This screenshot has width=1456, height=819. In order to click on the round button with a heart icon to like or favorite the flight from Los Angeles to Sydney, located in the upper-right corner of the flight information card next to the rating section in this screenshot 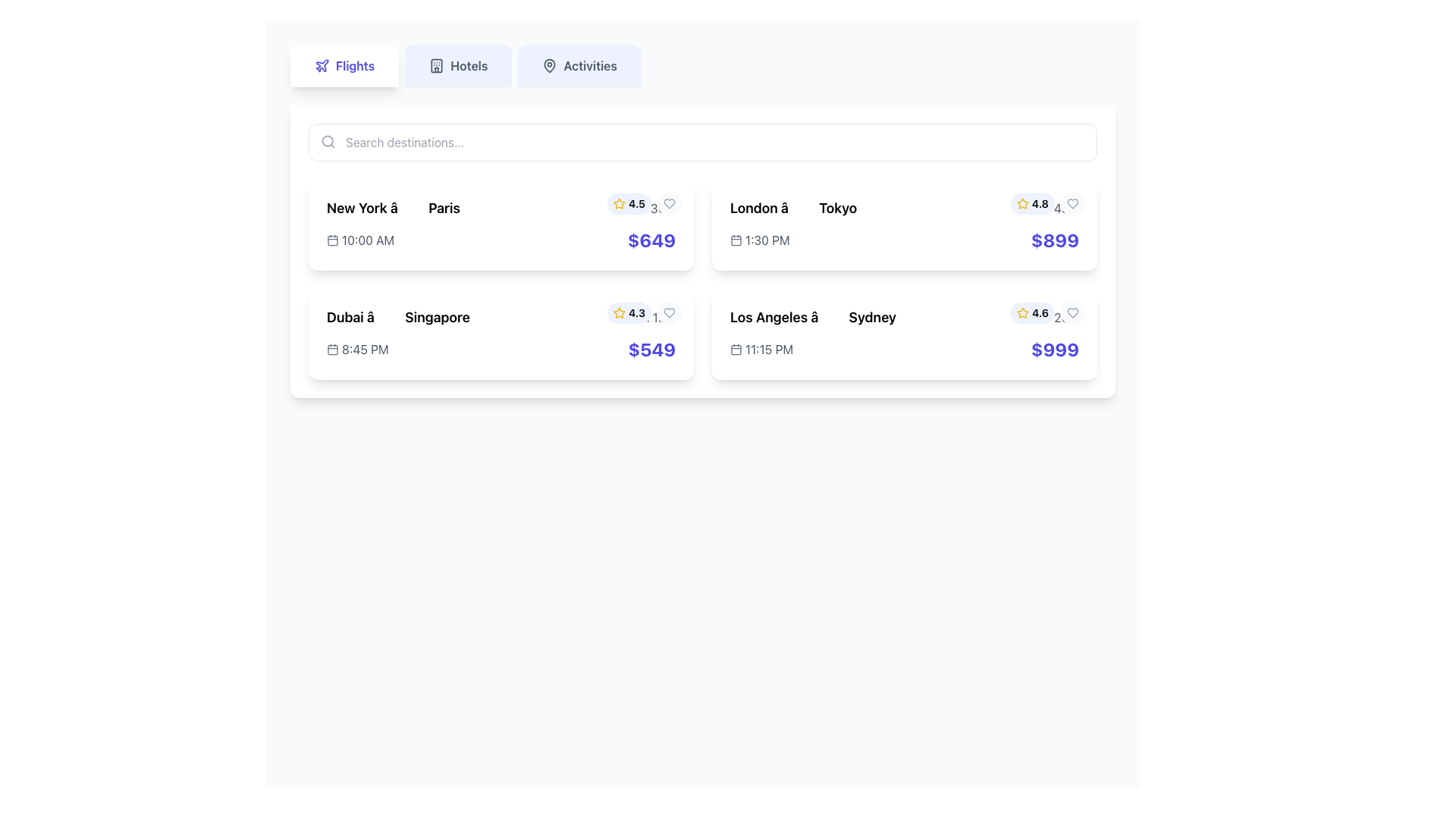, I will do `click(1072, 312)`.